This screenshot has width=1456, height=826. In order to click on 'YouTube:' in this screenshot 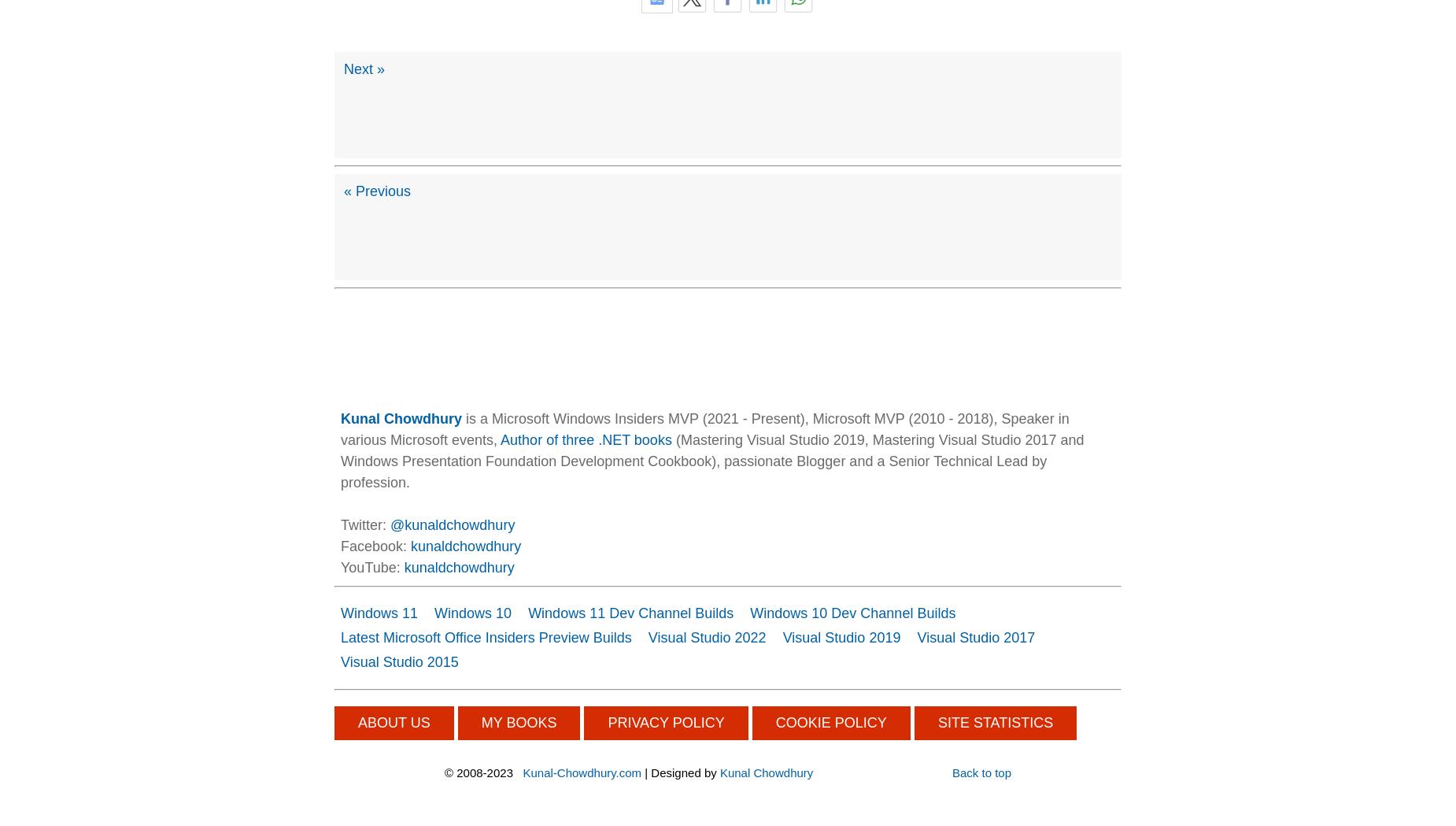, I will do `click(372, 567)`.